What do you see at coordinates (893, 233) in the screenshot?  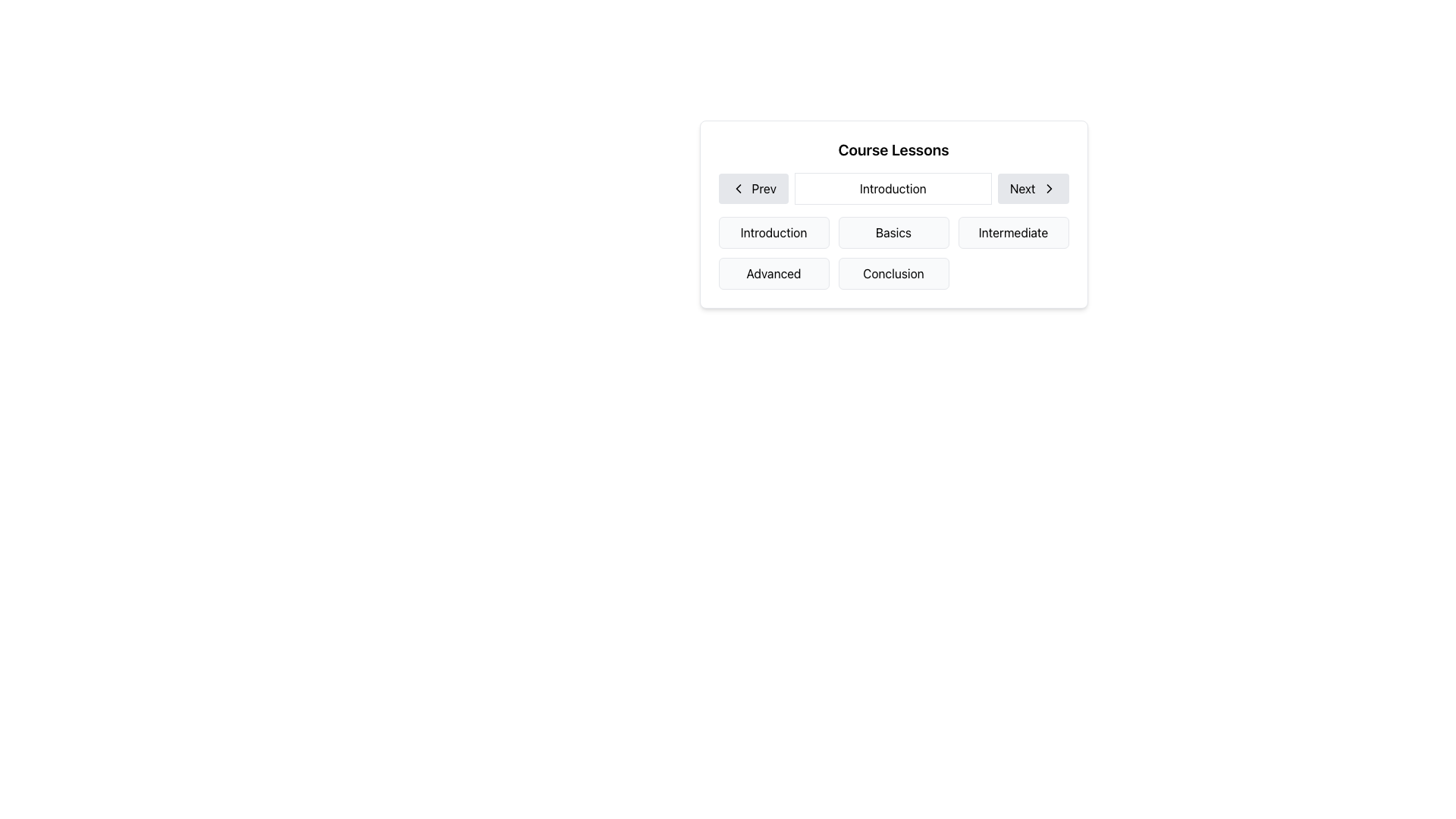 I see `the 'Basics' button located in the top row of the grid layout under 'Course Lessons'` at bounding box center [893, 233].